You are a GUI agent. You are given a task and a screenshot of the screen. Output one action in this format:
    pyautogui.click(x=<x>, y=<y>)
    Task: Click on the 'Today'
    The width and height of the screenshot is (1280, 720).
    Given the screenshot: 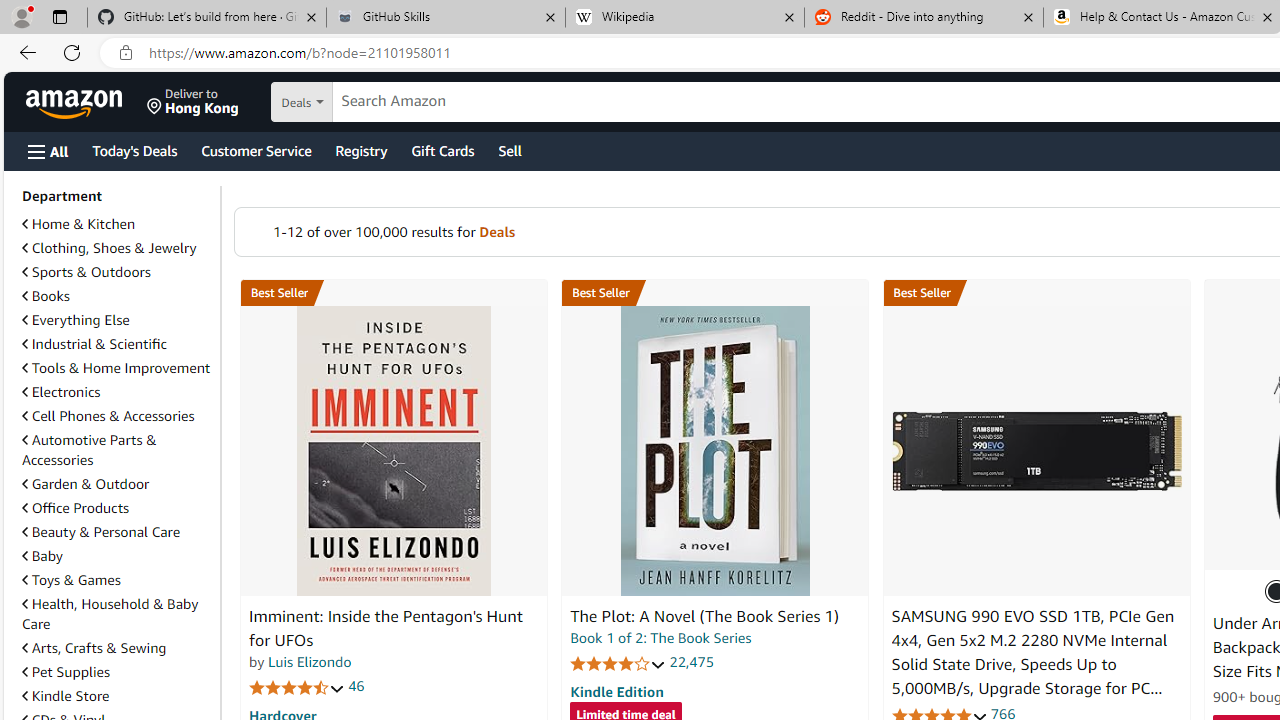 What is the action you would take?
    pyautogui.click(x=133, y=149)
    